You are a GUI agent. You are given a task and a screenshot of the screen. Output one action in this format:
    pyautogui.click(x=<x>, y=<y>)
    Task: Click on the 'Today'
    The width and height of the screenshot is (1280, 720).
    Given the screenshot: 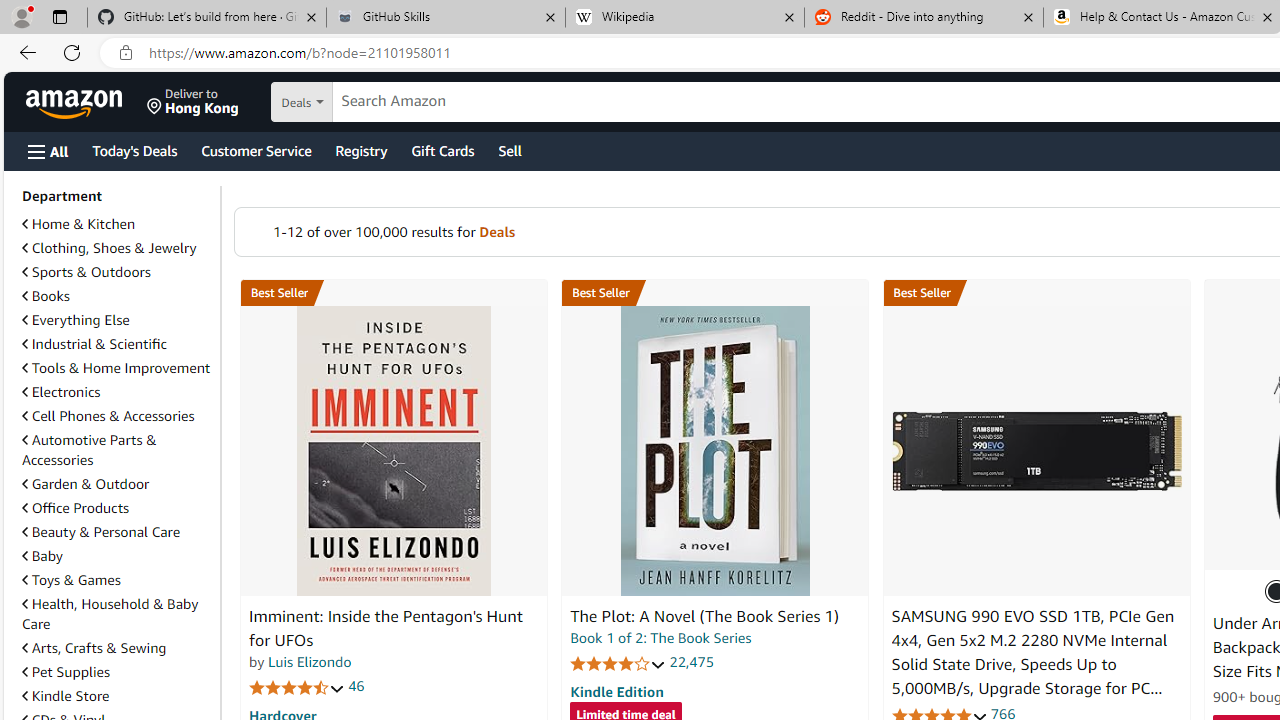 What is the action you would take?
    pyautogui.click(x=133, y=149)
    